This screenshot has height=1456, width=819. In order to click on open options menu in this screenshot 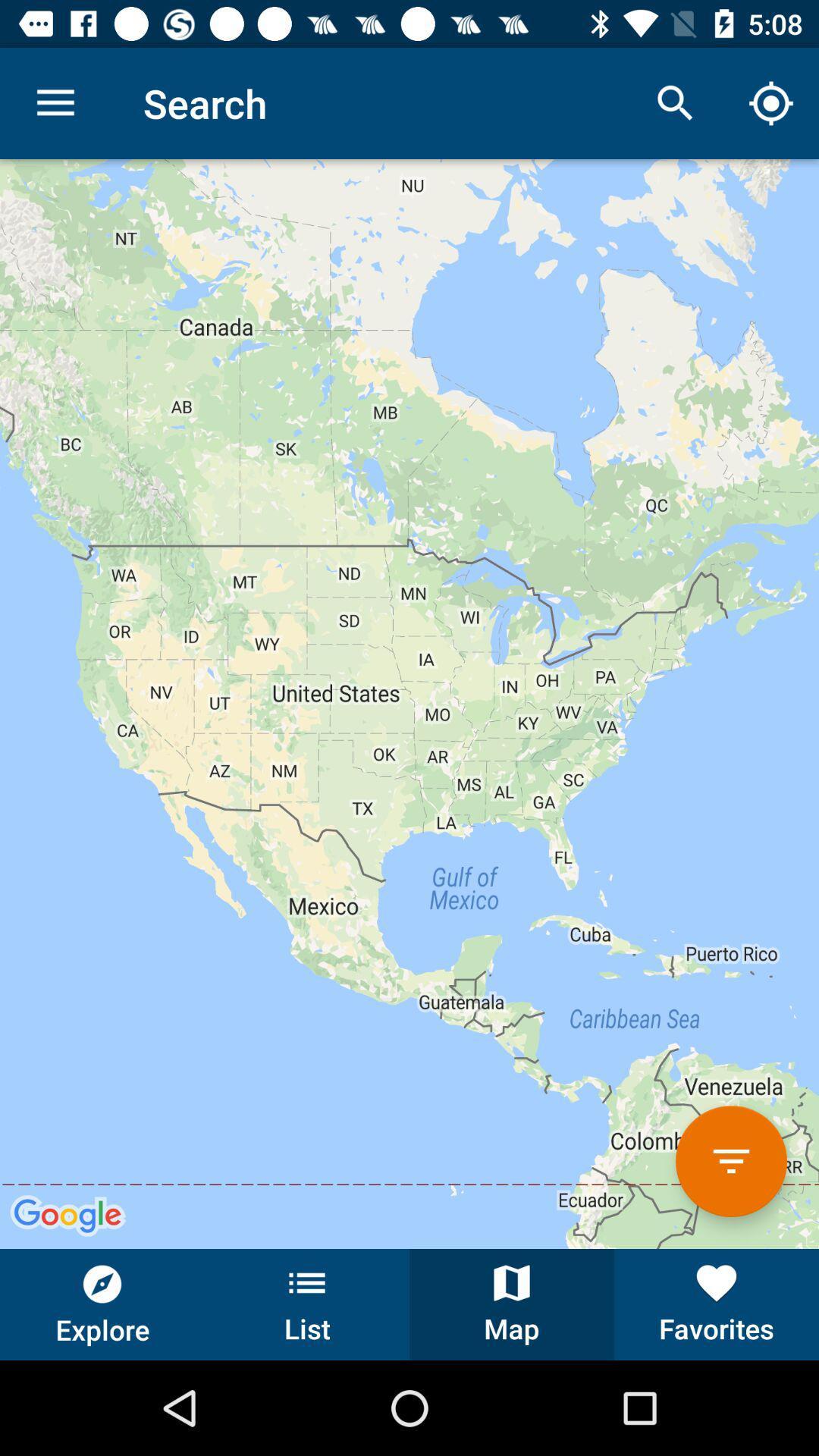, I will do `click(730, 1160)`.